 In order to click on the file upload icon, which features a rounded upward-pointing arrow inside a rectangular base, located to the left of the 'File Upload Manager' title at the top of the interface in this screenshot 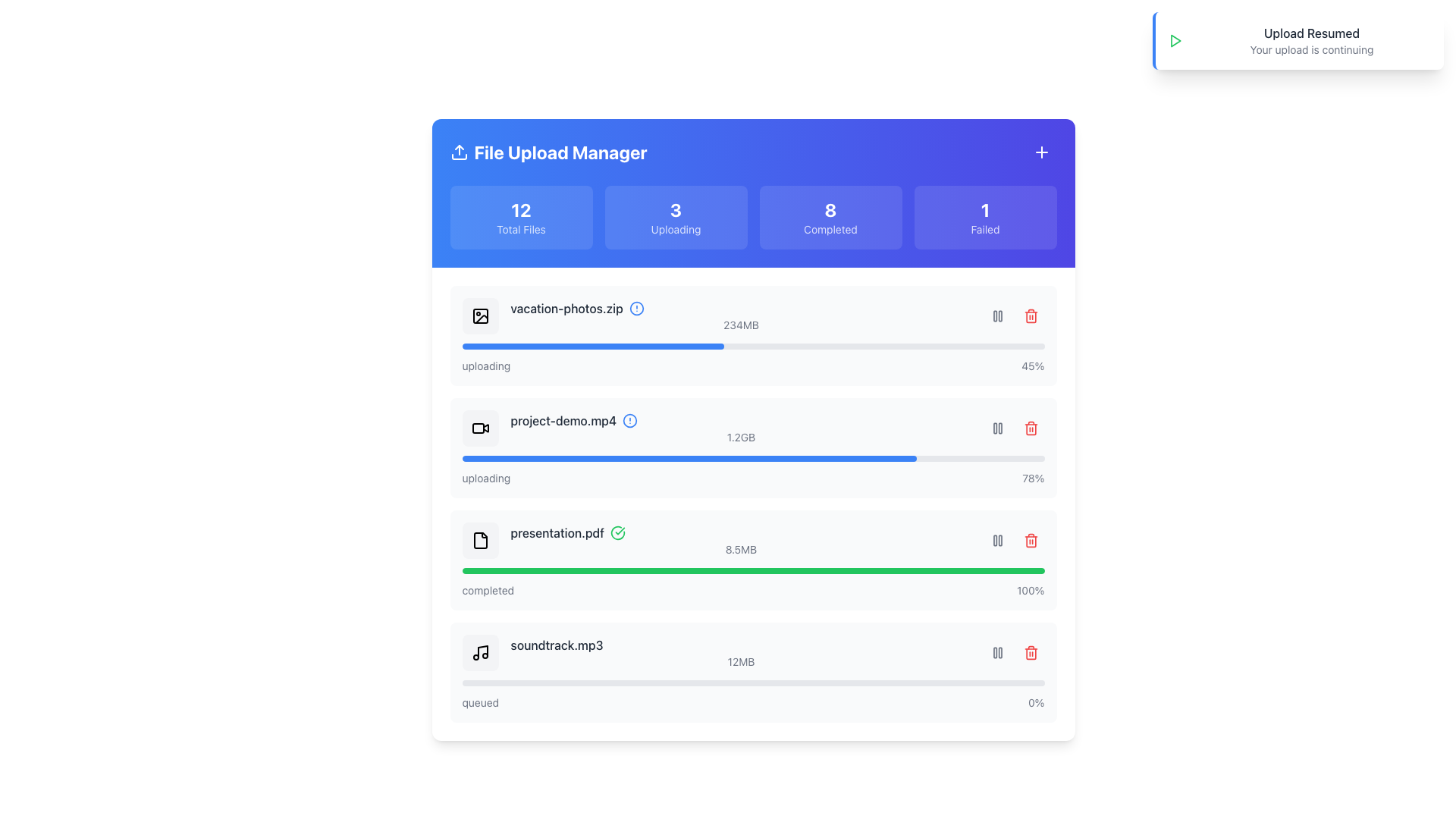, I will do `click(458, 152)`.